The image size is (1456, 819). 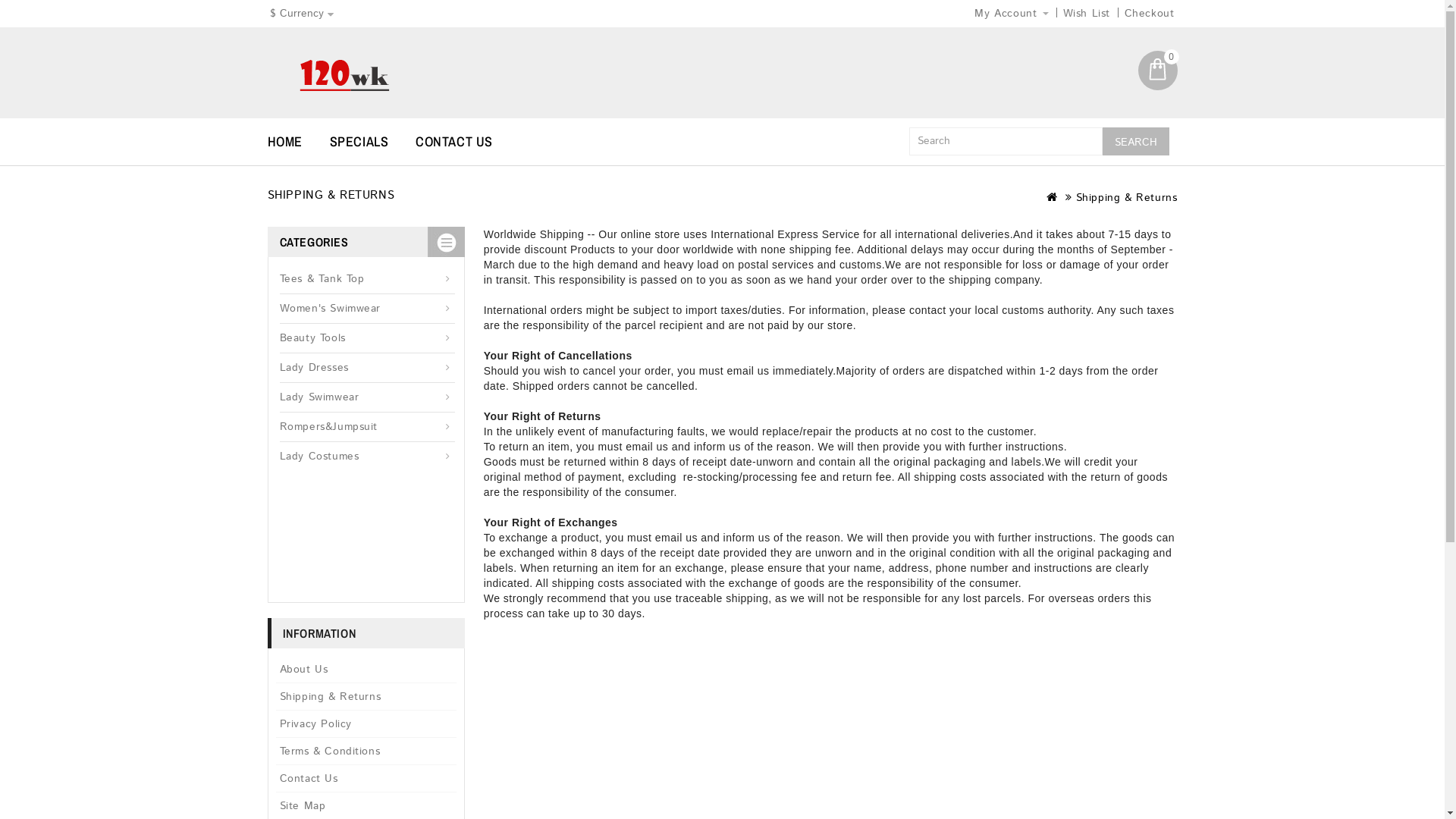 I want to click on 'About Us', so click(x=366, y=669).